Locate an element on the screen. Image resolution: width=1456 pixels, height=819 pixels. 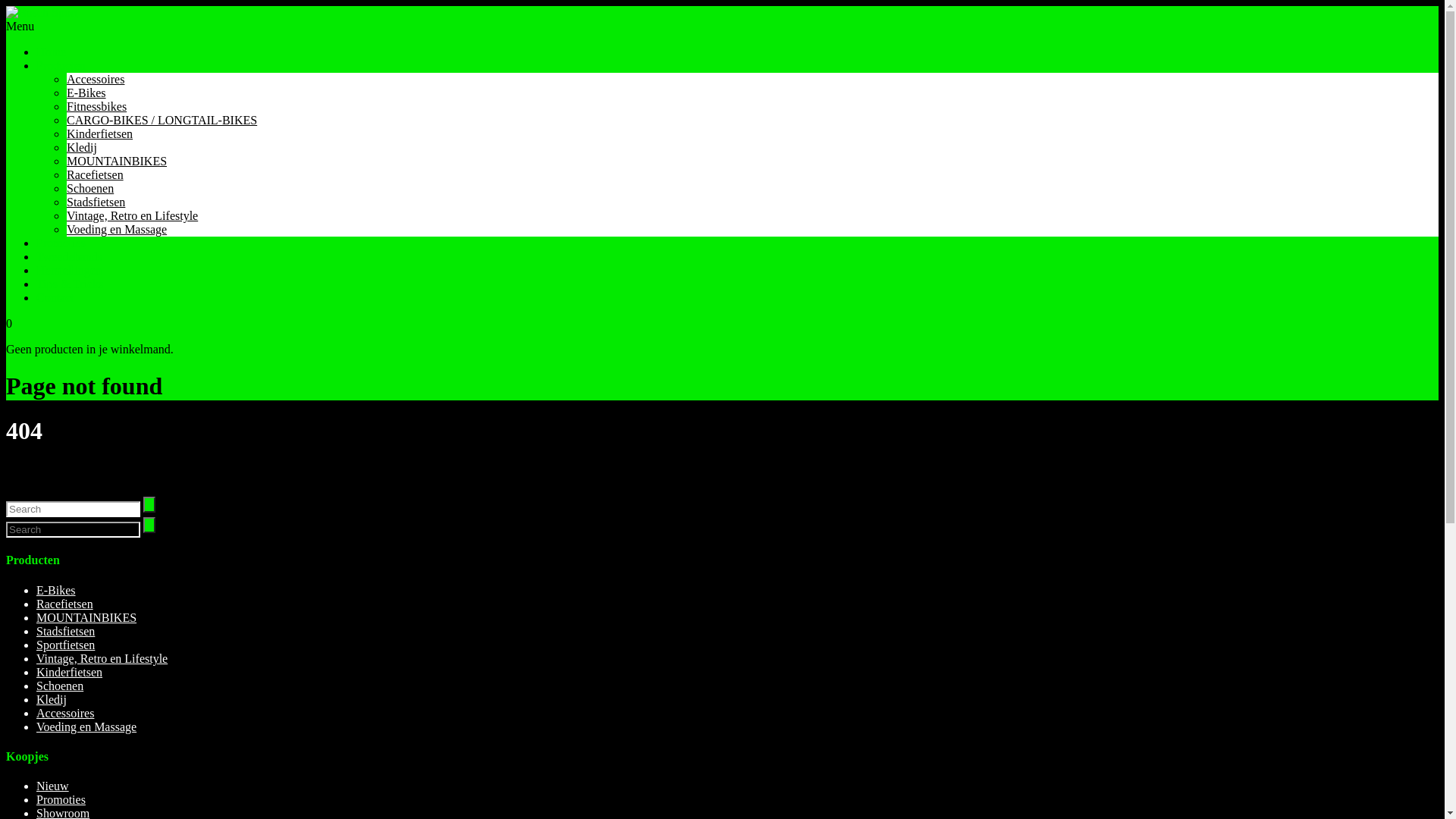
'Kinderfietsen' is located at coordinates (68, 671).